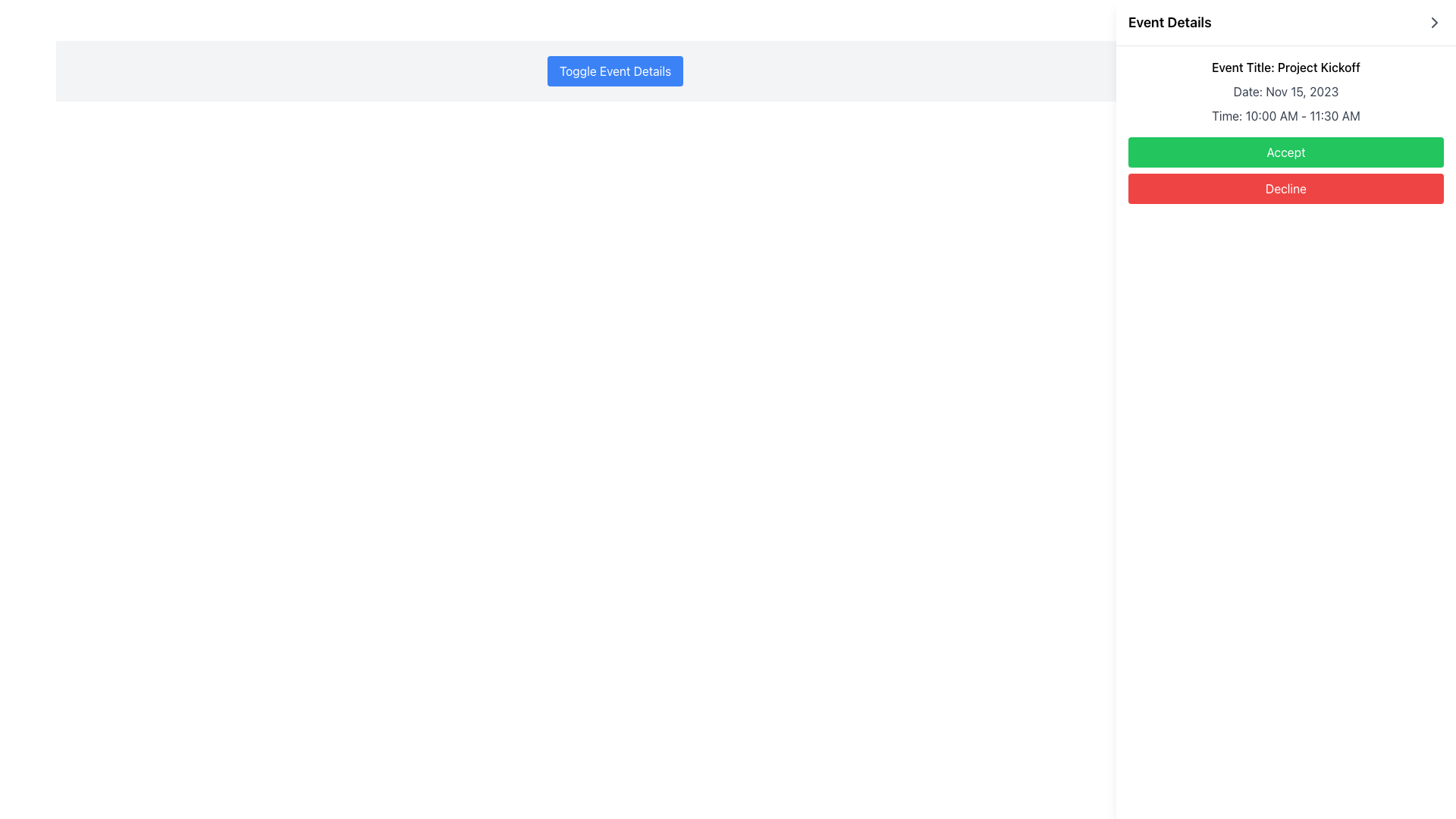 Image resolution: width=1456 pixels, height=819 pixels. I want to click on the right-facing chevron icon button located at the top-right corner of the 'Event Details' panel, adjacent to the panel title text 'Event Details', so click(1433, 23).